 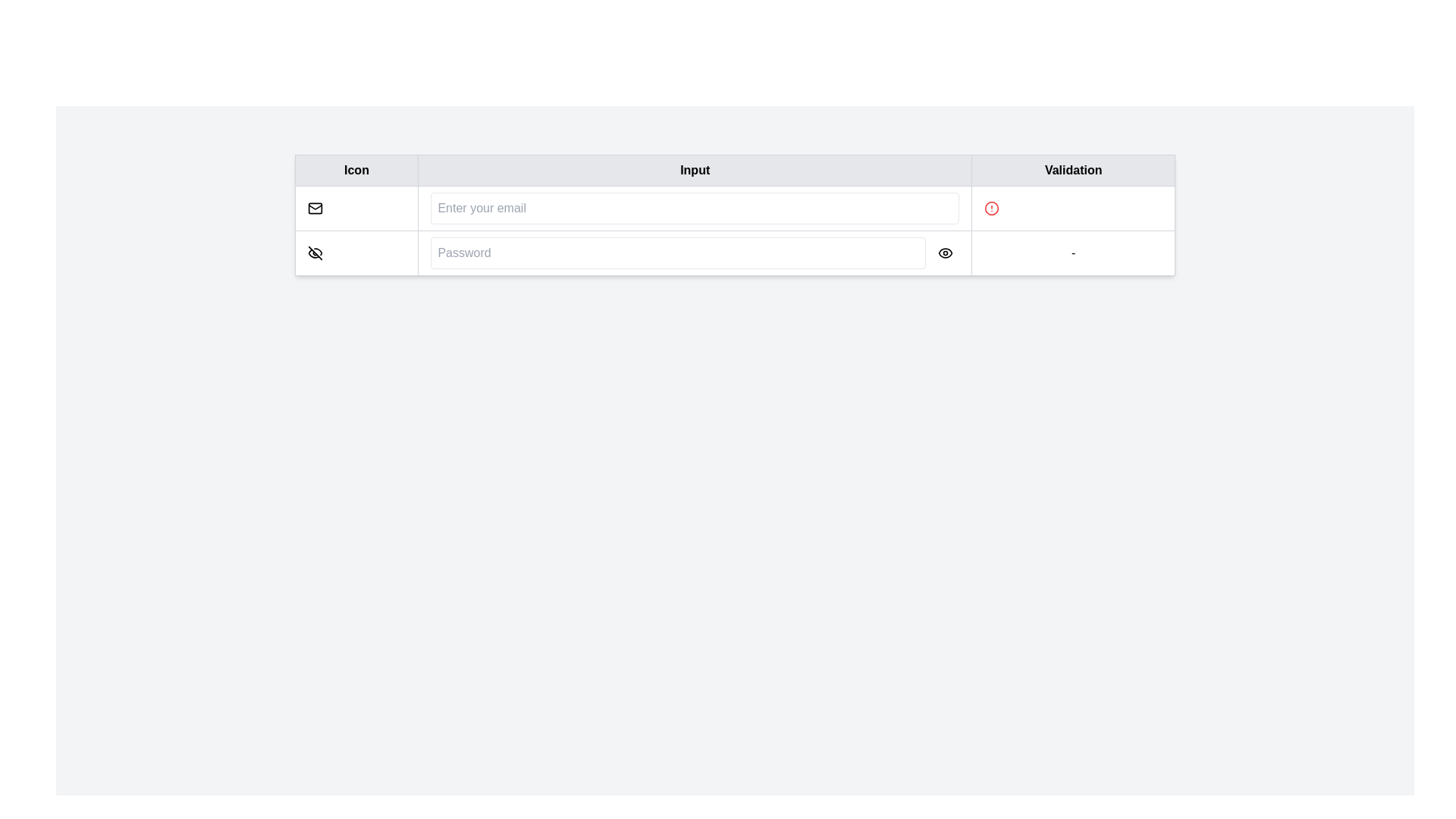 I want to click on the SVG circle element that represents a validation error or warning next to the 'Enter your email' input field in the 'Validation' column of the table, so click(x=991, y=208).